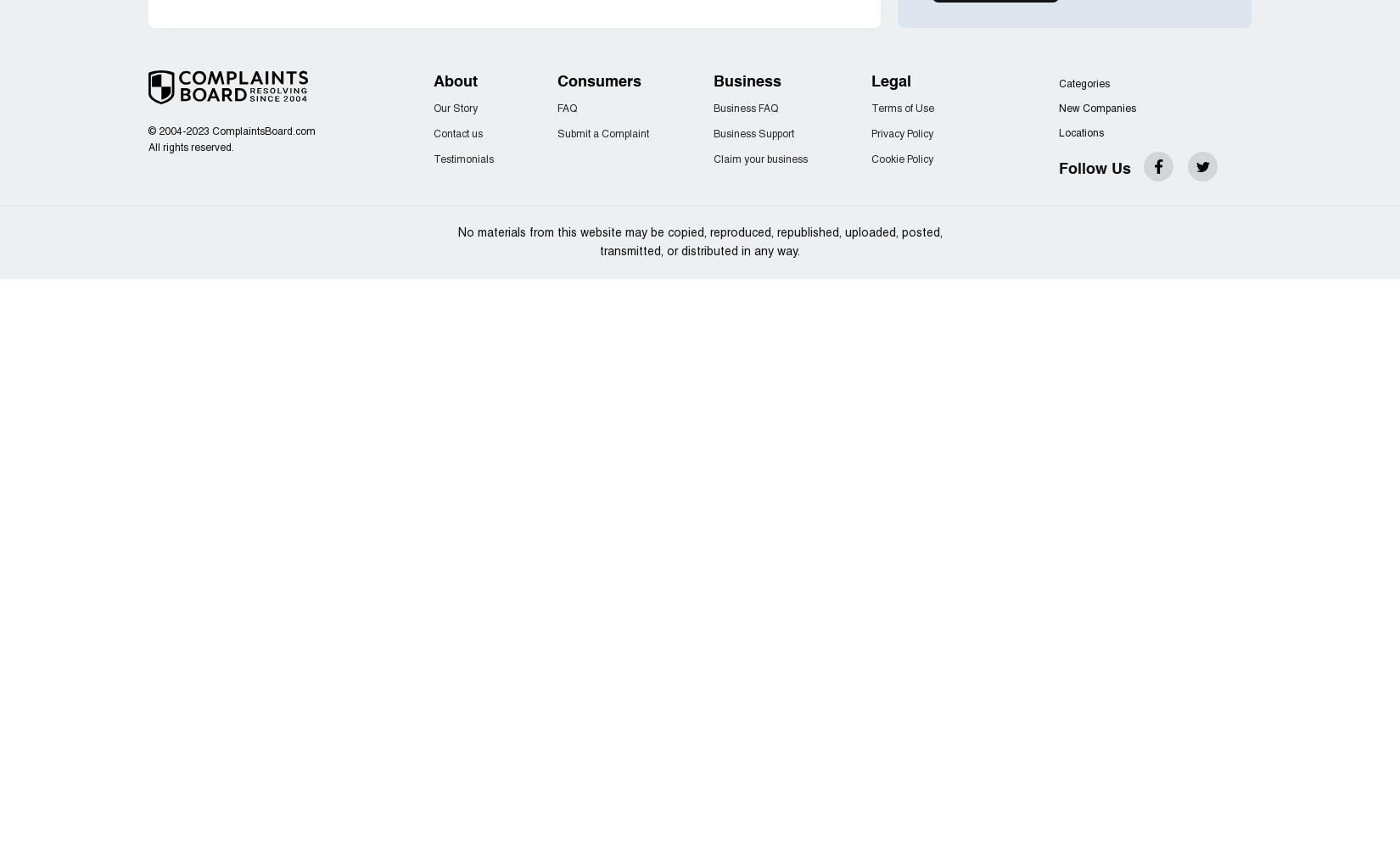  Describe the element at coordinates (456, 243) in the screenshot. I see `'No materials from this website may be copied, reproduced, republished, uploaded, posted, transmitted, or distributed in any way.'` at that location.